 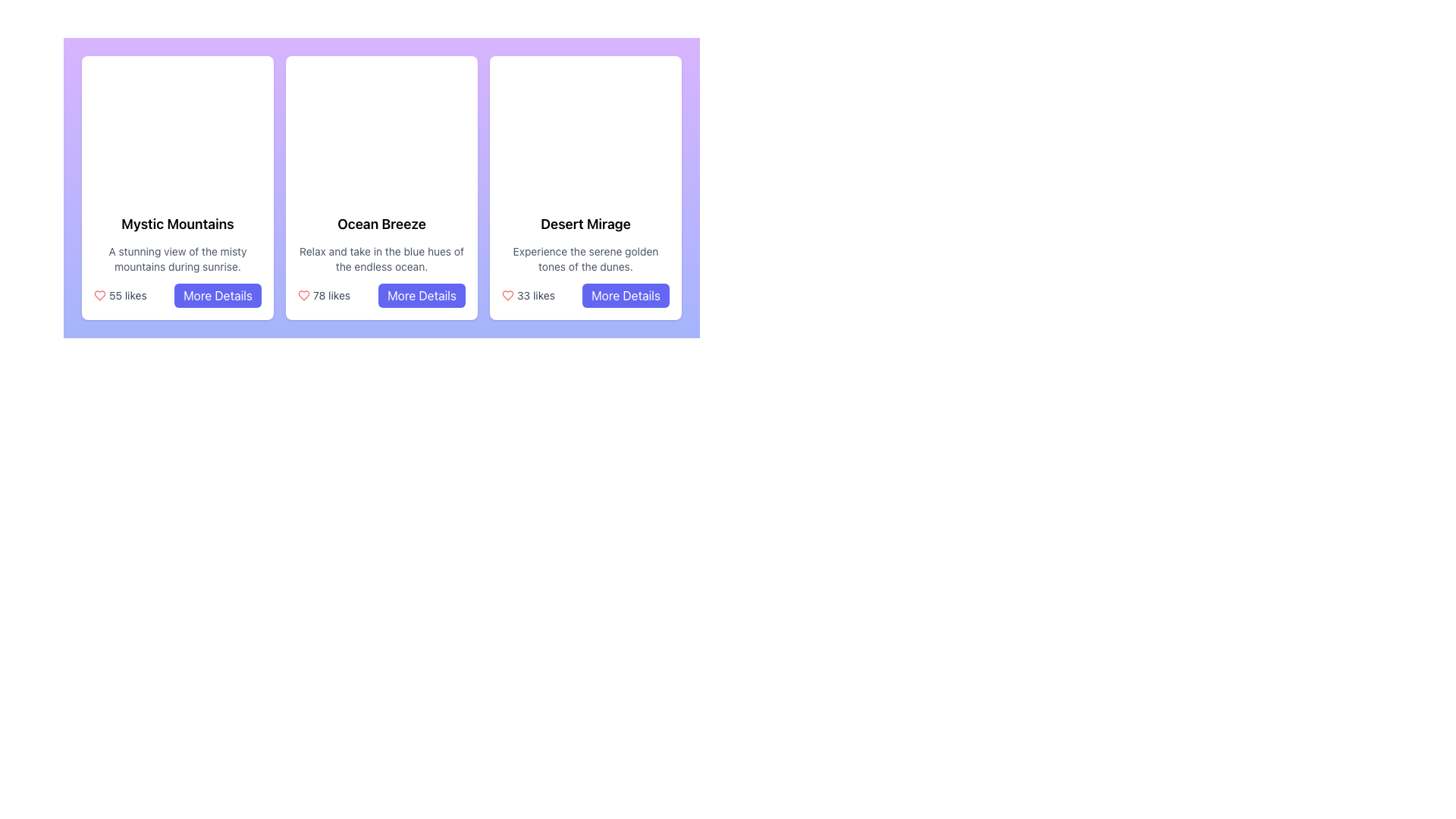 What do you see at coordinates (177, 259) in the screenshot?
I see `the text block containing a description styled with a smaller font size and gray color, located below the title 'Mystic Mountains' in the leftmost card layout` at bounding box center [177, 259].